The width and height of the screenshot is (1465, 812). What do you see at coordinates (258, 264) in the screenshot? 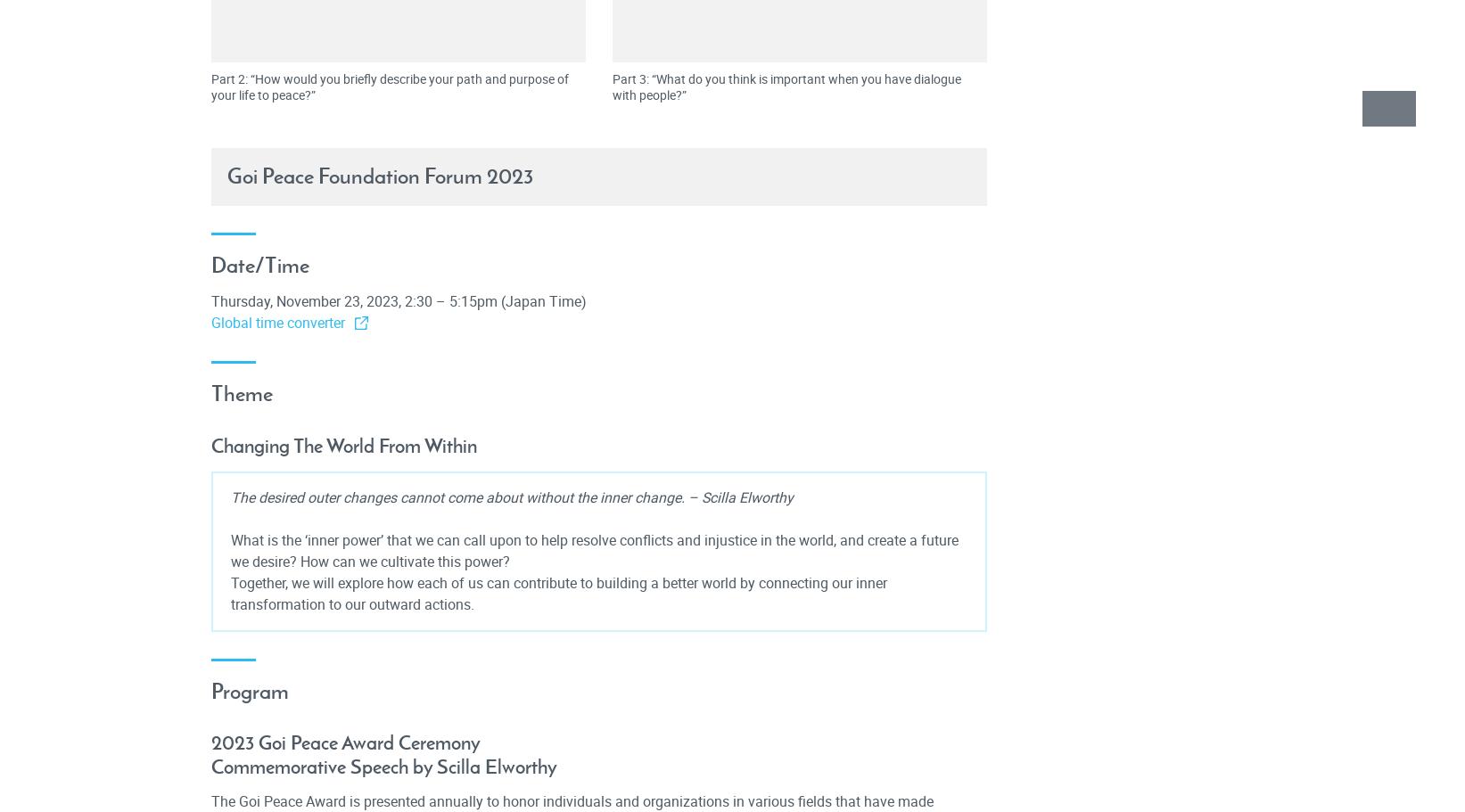
I see `'Date/Time'` at bounding box center [258, 264].